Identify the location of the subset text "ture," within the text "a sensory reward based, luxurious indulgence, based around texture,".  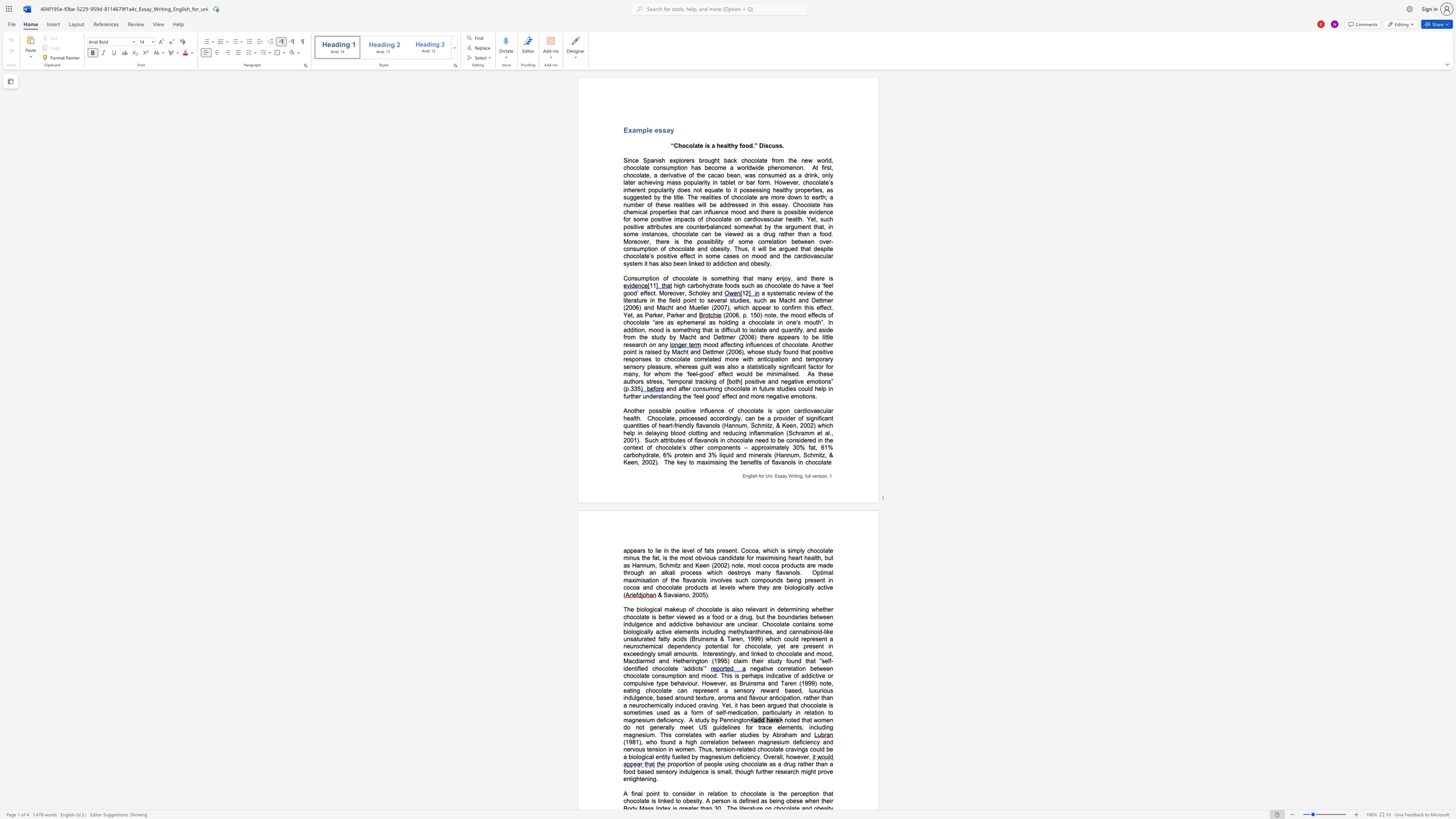
(703, 697).